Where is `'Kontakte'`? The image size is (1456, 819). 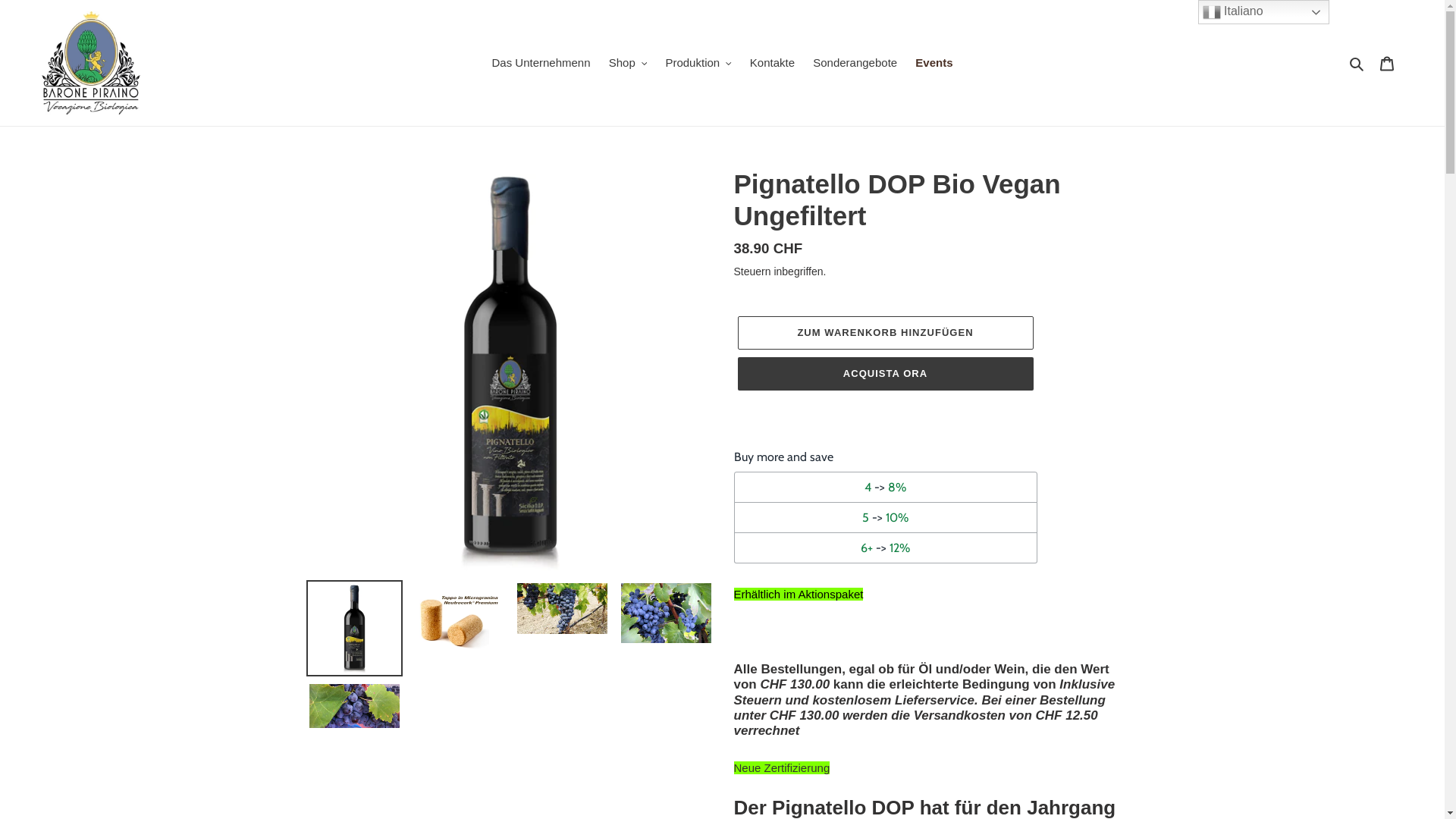 'Kontakte' is located at coordinates (772, 62).